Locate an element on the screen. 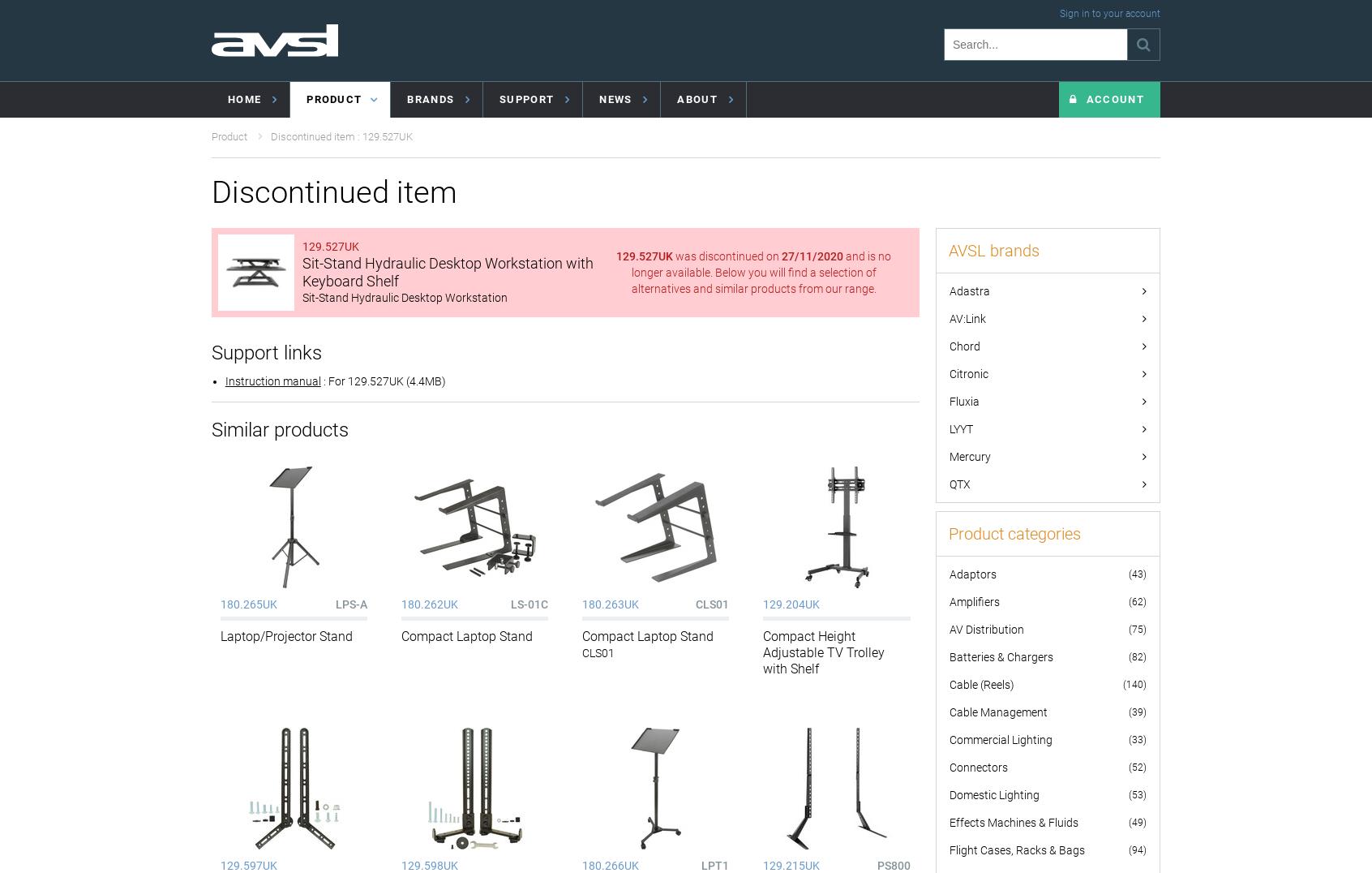  'Product categories' is located at coordinates (1014, 532).